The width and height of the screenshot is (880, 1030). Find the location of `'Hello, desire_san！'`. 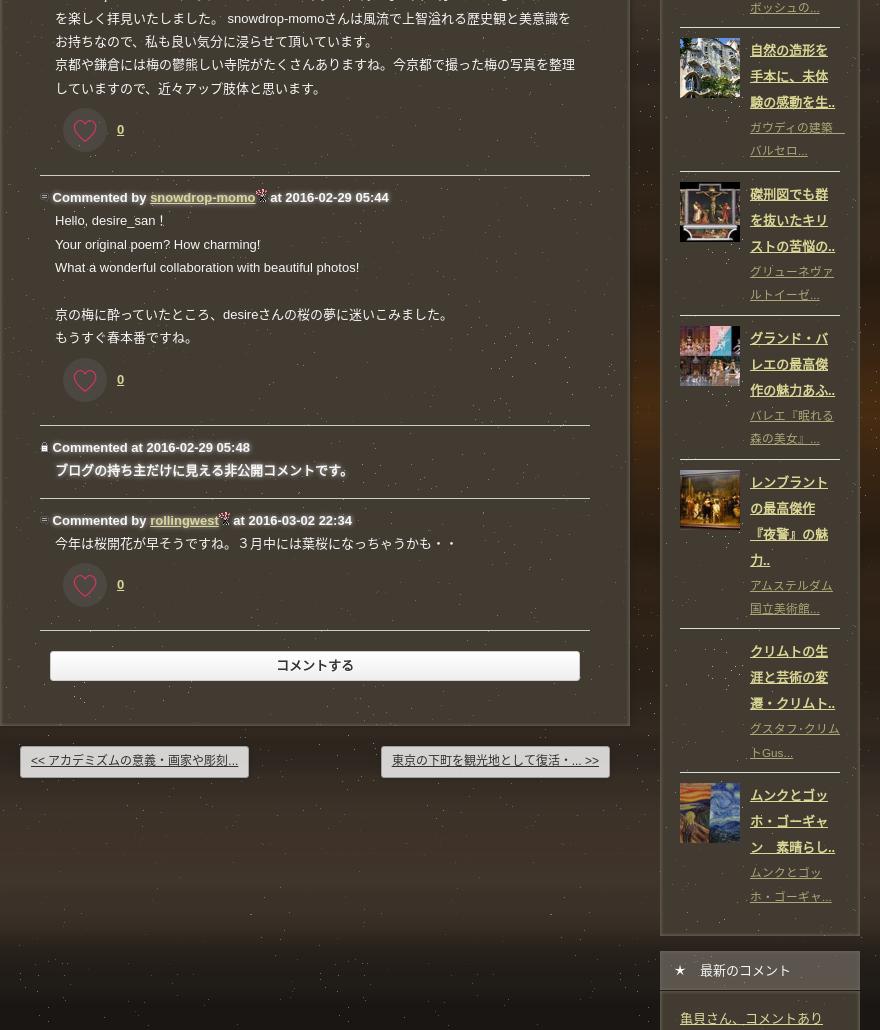

'Hello, desire_san！' is located at coordinates (111, 220).